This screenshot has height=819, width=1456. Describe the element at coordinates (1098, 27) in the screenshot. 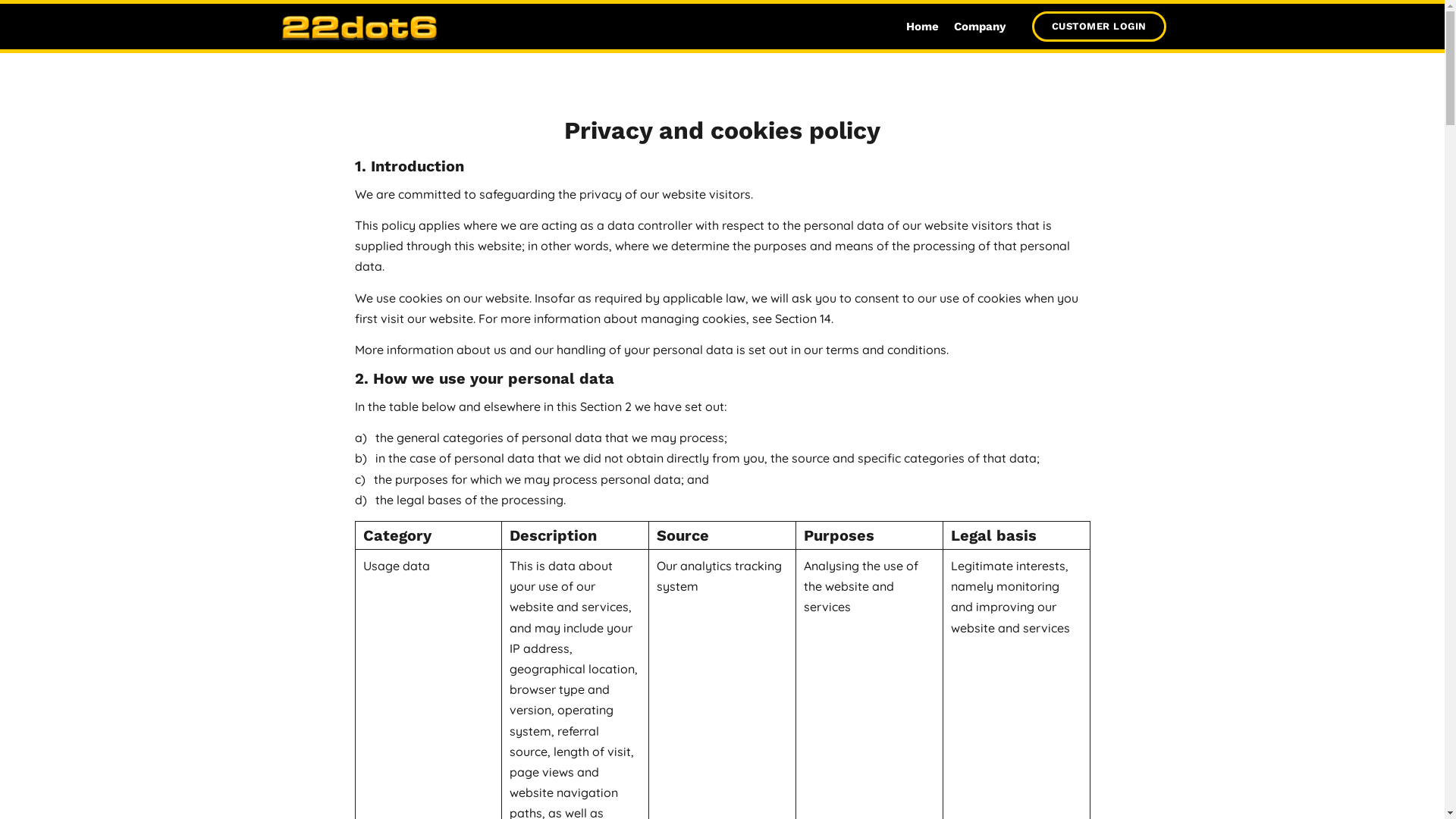

I see `'CUSTOMER LOGIN'` at that location.